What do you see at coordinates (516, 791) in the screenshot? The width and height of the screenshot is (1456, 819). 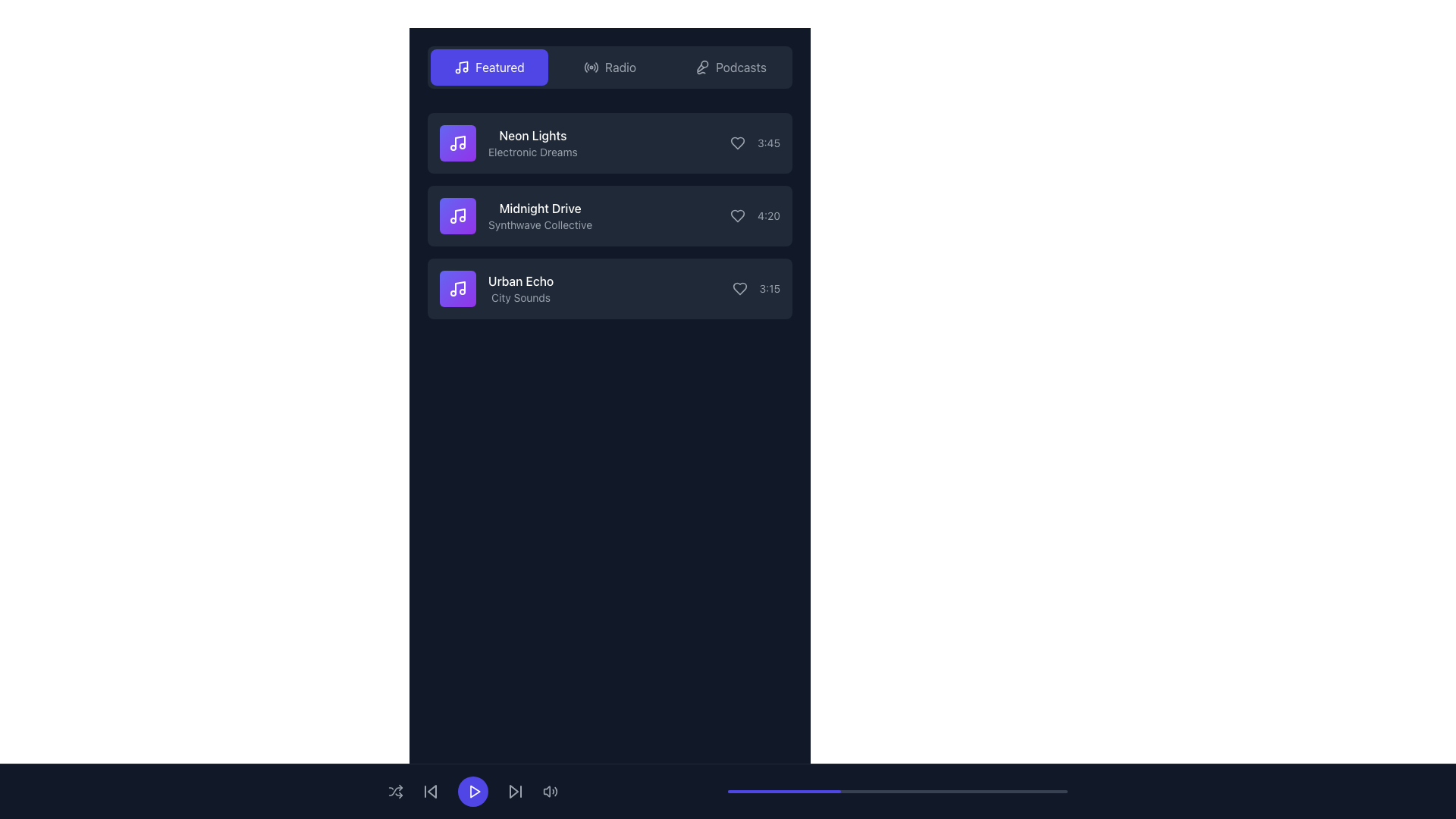 I see `the fourth button in the bottom navigation bar of the media player interface to skip to the next track` at bounding box center [516, 791].